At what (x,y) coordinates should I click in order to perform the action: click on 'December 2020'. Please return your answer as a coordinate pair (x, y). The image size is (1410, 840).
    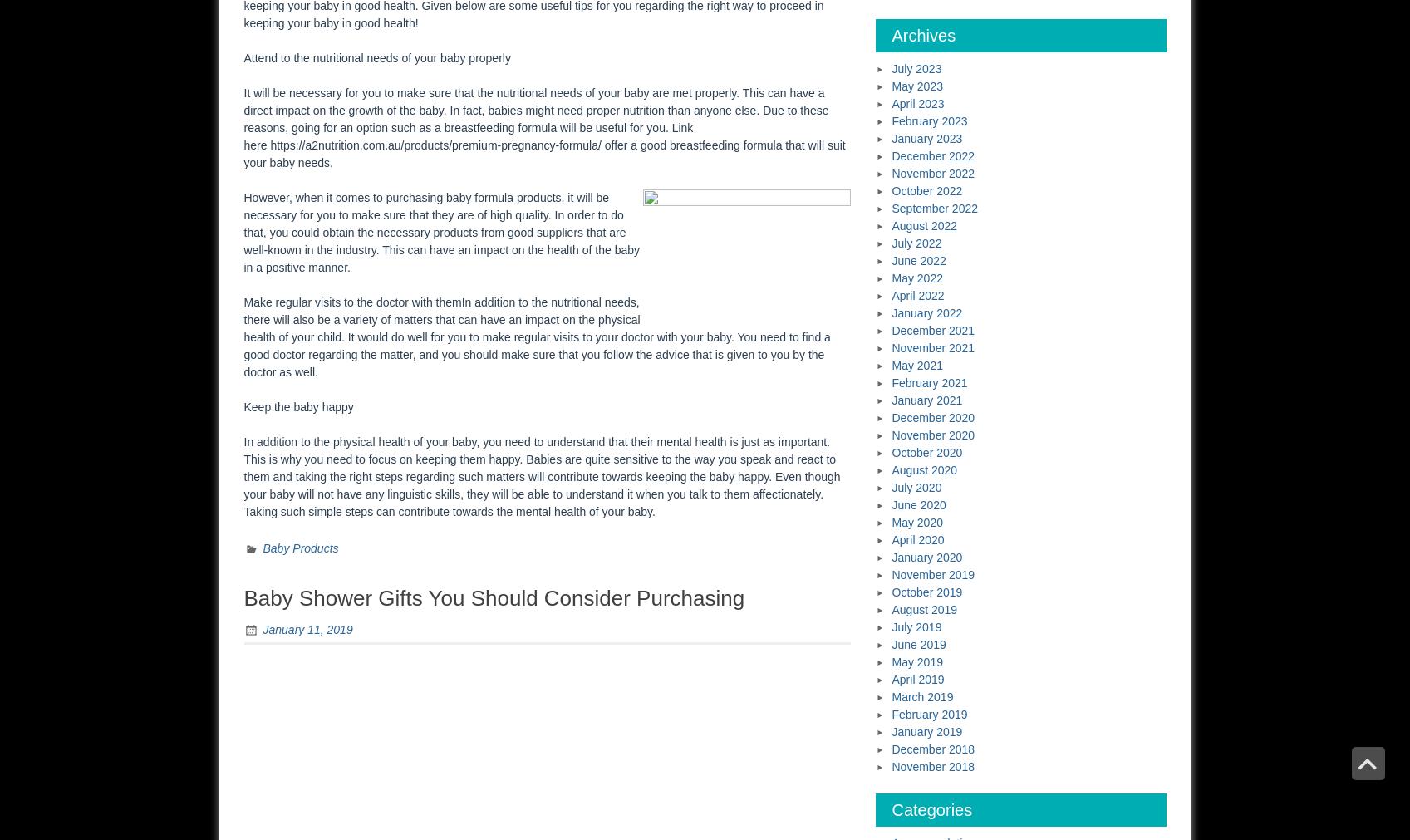
    Looking at the image, I should click on (933, 415).